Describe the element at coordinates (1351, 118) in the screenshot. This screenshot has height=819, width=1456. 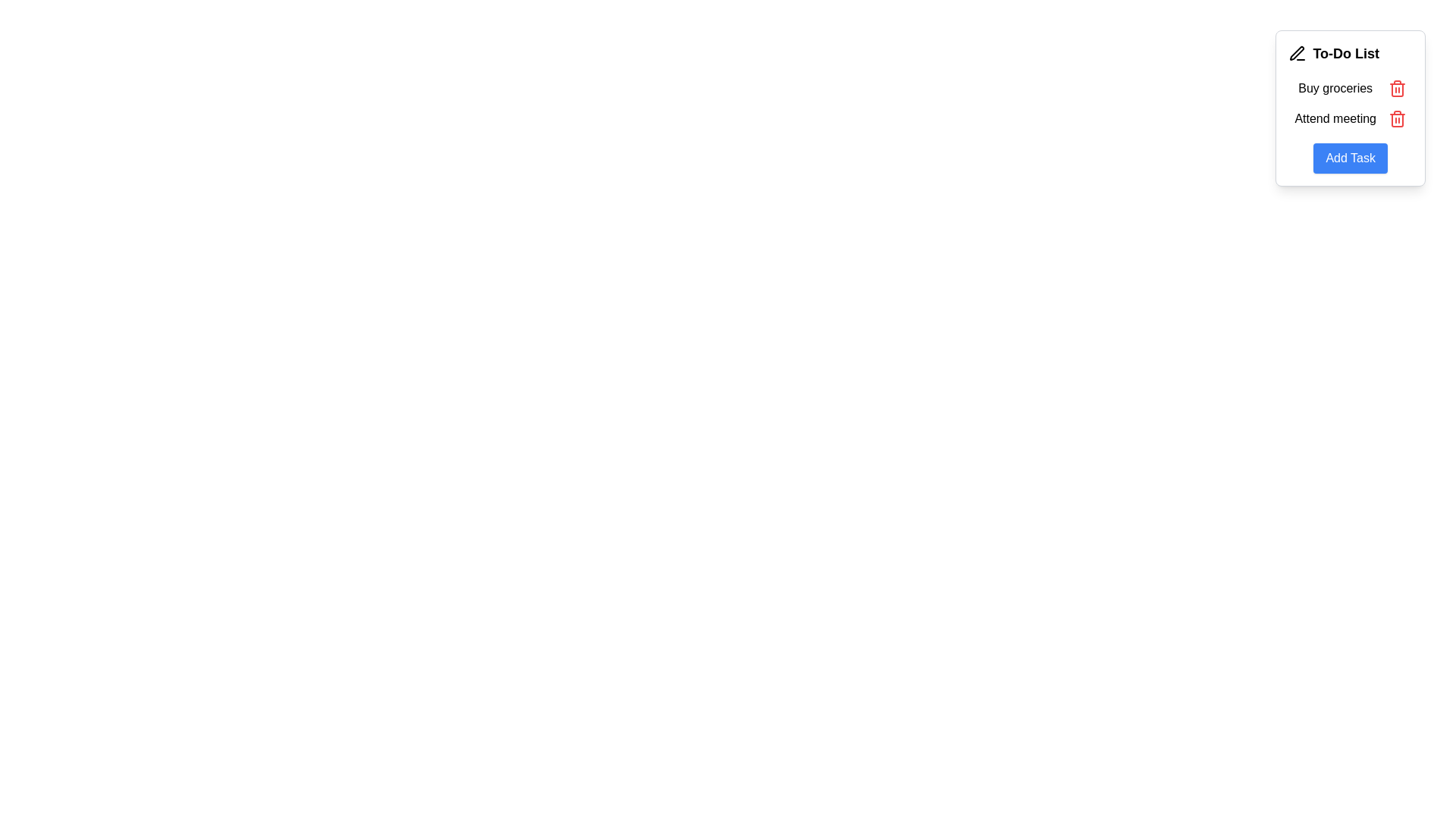
I see `the second item in the 'To-Do List' card, which contains a task description and a trash icon for removing the task` at that location.